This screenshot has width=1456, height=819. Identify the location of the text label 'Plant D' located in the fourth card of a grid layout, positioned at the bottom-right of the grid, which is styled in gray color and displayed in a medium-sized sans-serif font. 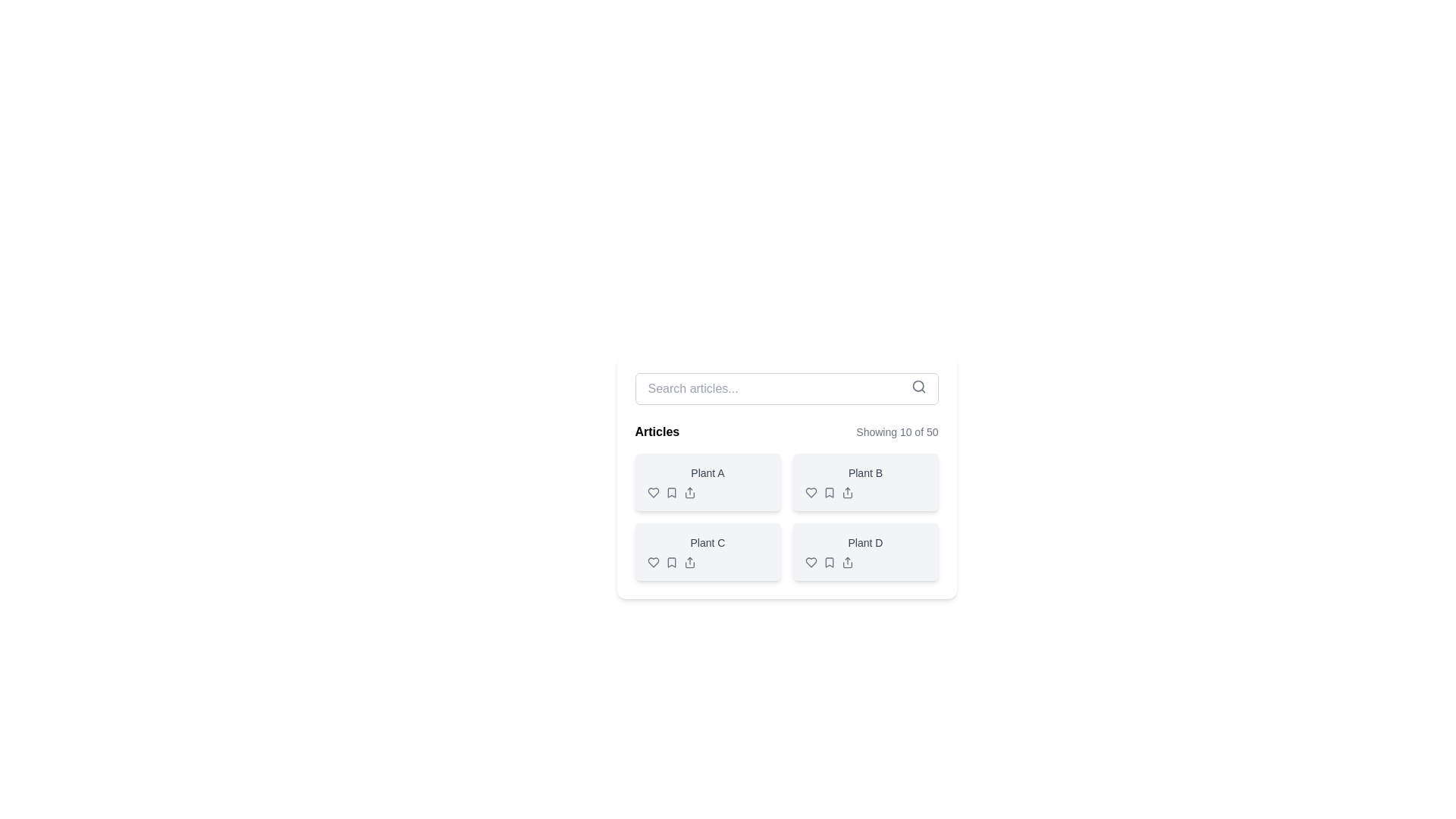
(865, 542).